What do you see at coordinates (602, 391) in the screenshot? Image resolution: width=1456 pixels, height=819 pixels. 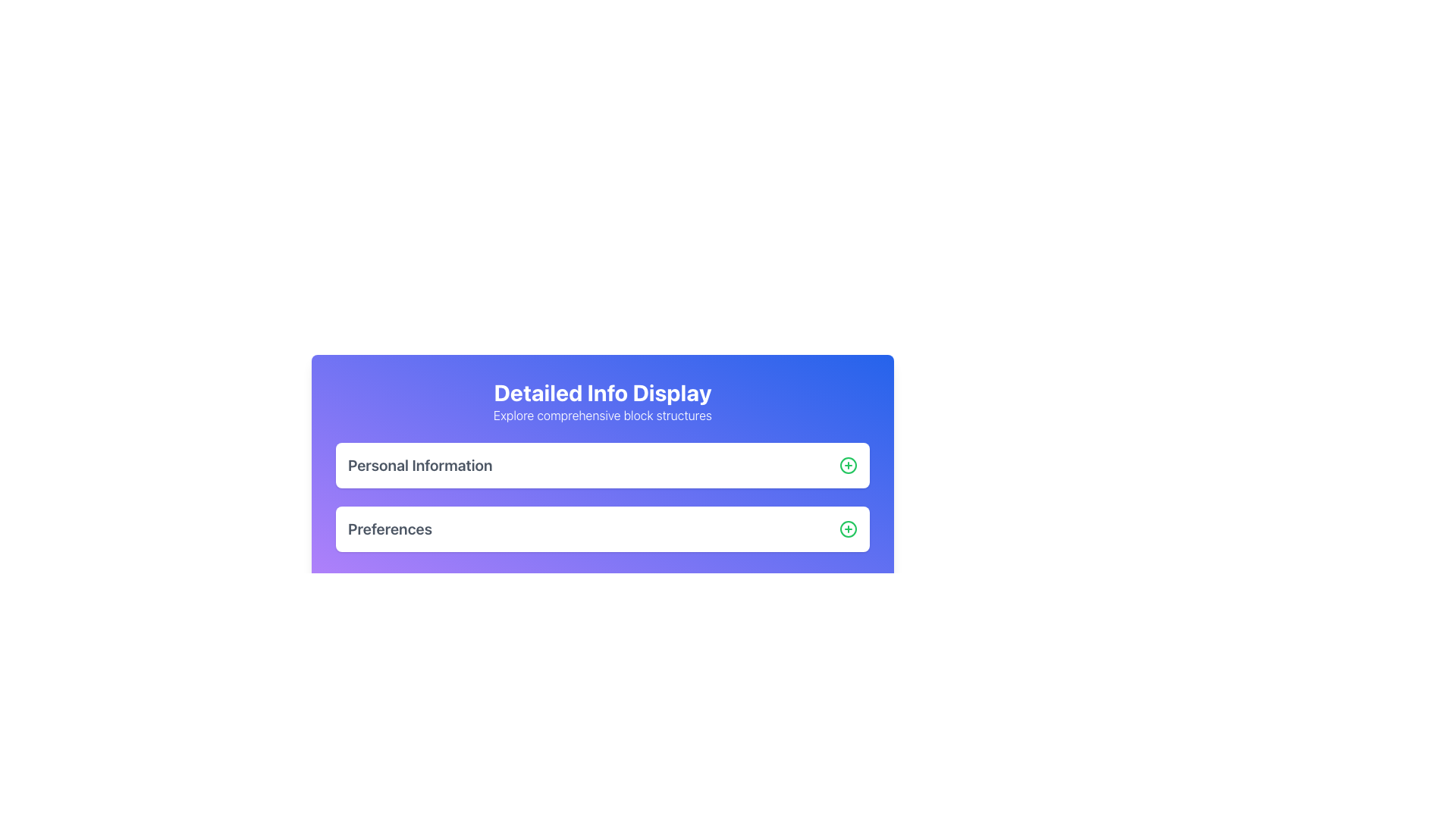 I see `the Text Label located in the light purple header section, which serves as the primary title above the subheading 'Explore comprehensive block structures'` at bounding box center [602, 391].